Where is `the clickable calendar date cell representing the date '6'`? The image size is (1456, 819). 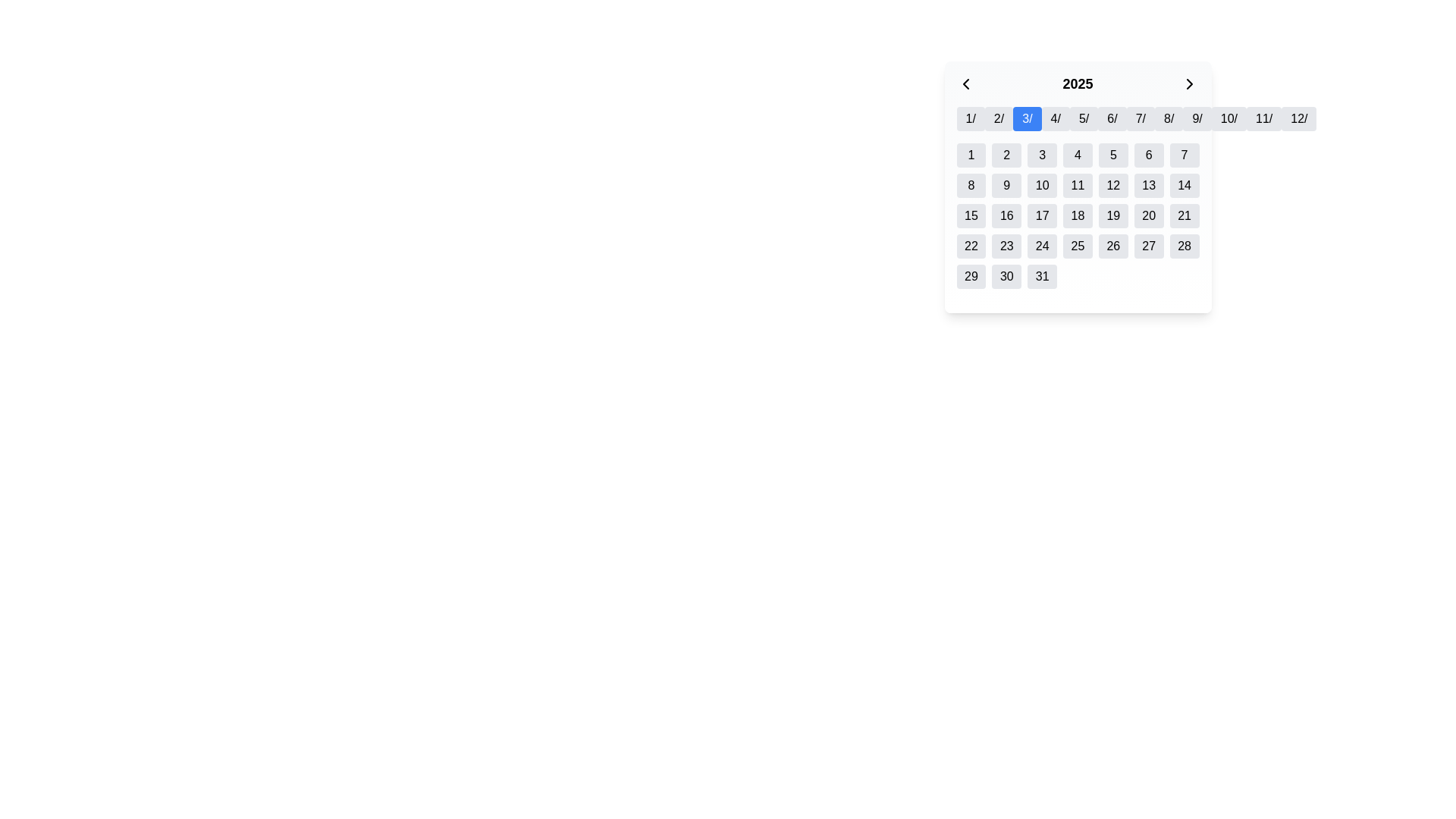
the clickable calendar date cell representing the date '6' is located at coordinates (1149, 155).